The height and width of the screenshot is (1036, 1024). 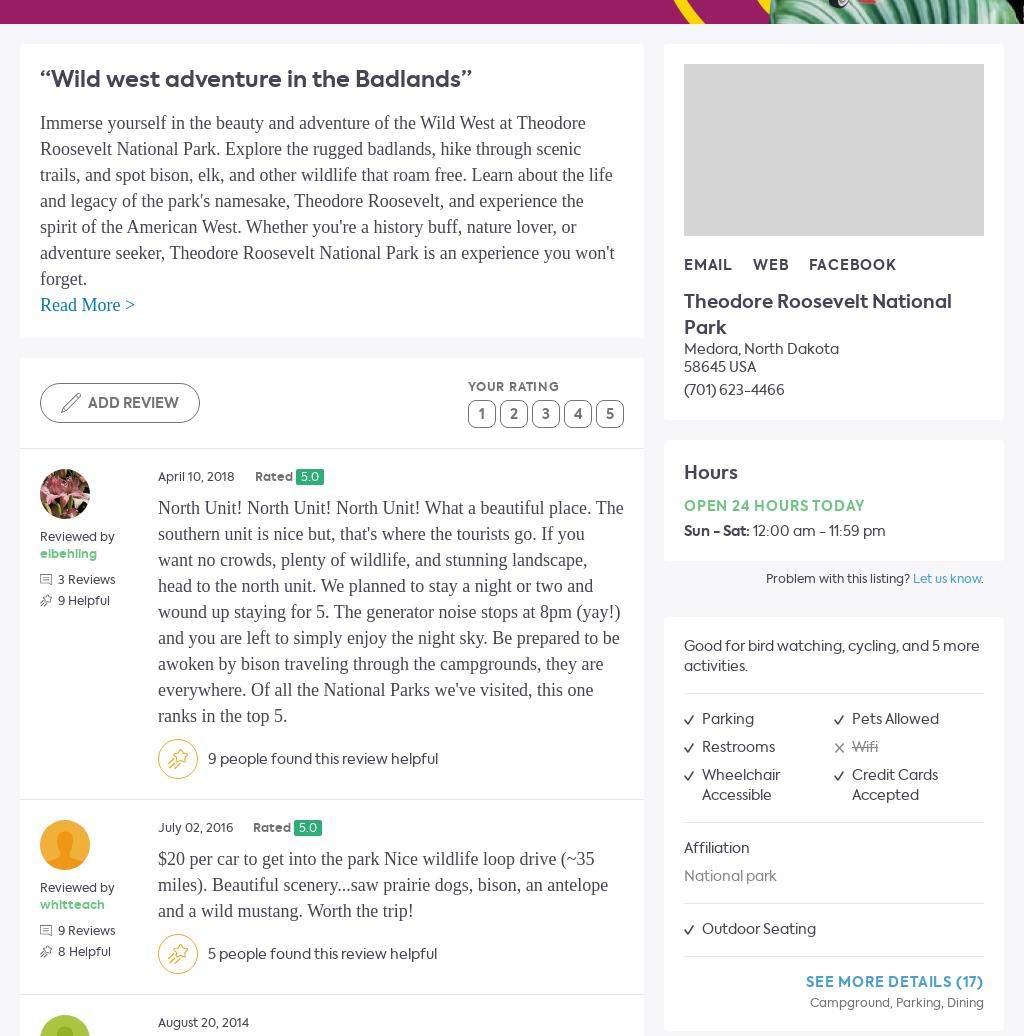 I want to click on 'North Unit! North Unit! North Unit! What a beautiful place. The southern unit is nice but, that's where the tourists go. If you want no crowds, plenty of wildlife, and stunning landscape, head to the north unit. We planned to stay a night or two and wound up staying for 5. The generator noise stops at 8pm (yay!) and you are left to simply enjoy the night sky. Be prepared to be awoken by bison traveling through the campgrounds, they are everywhere. Of all the National Parks we've visited, this one ranks in the top 5.', so click(x=389, y=611).